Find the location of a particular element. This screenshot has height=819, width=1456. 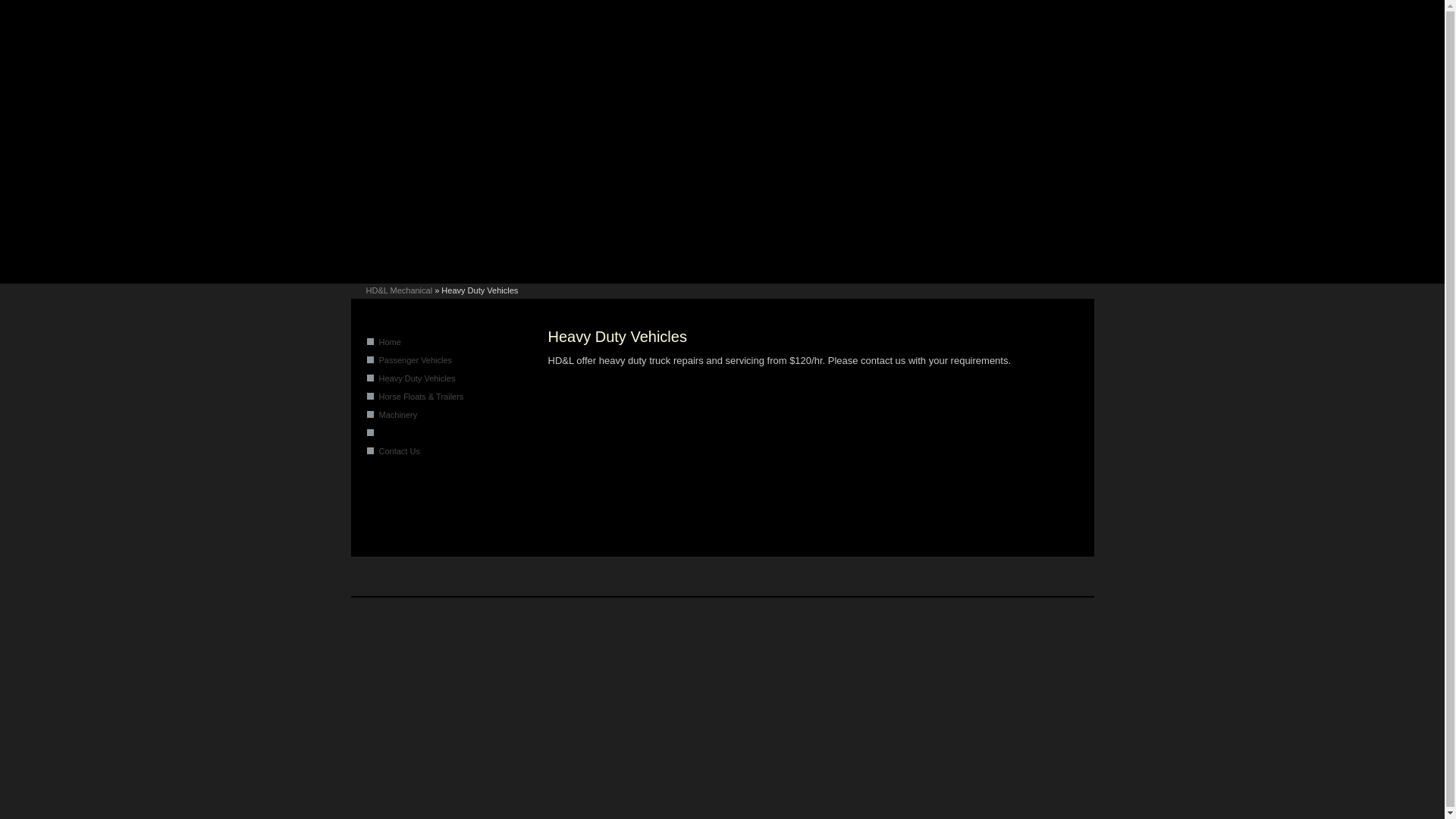

'Home' is located at coordinates (390, 342).